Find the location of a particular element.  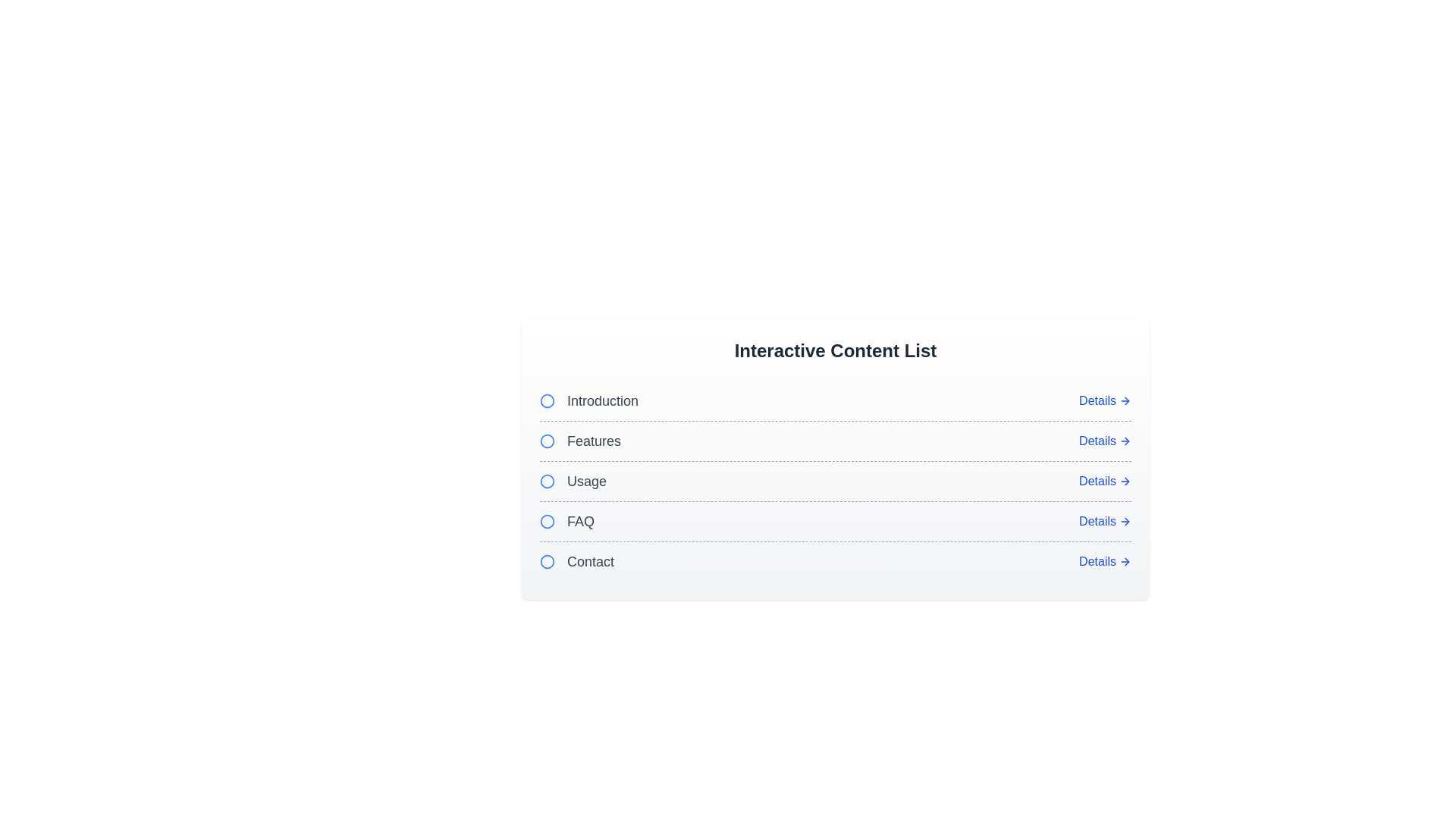

the blue rightward arrow icon located immediately to the right of the 'Details' text in the fifth row of the list is located at coordinates (1125, 400).